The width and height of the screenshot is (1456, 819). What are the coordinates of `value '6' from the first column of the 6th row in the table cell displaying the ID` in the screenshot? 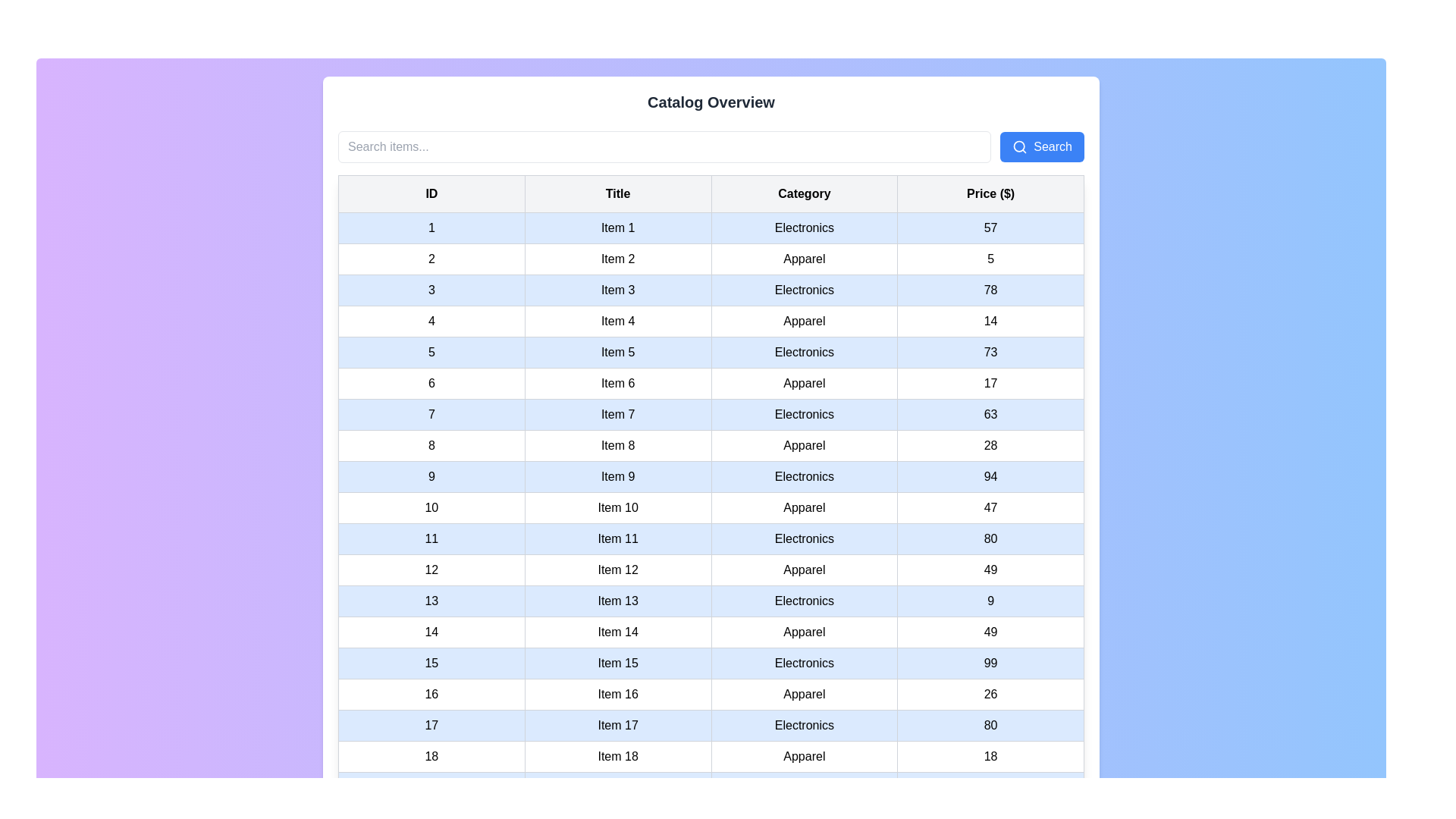 It's located at (431, 382).